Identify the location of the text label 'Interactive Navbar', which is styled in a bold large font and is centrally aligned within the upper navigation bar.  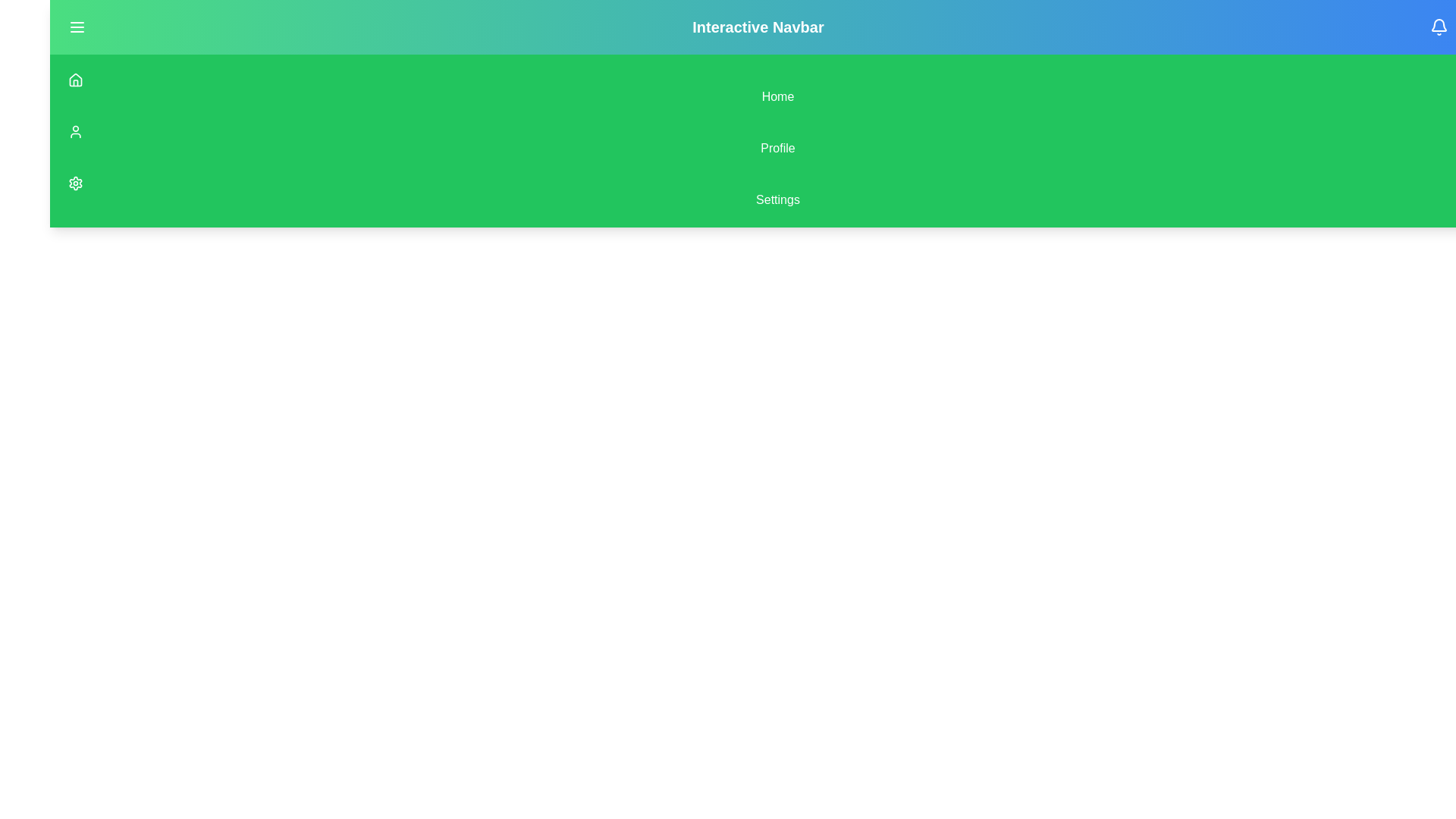
(758, 27).